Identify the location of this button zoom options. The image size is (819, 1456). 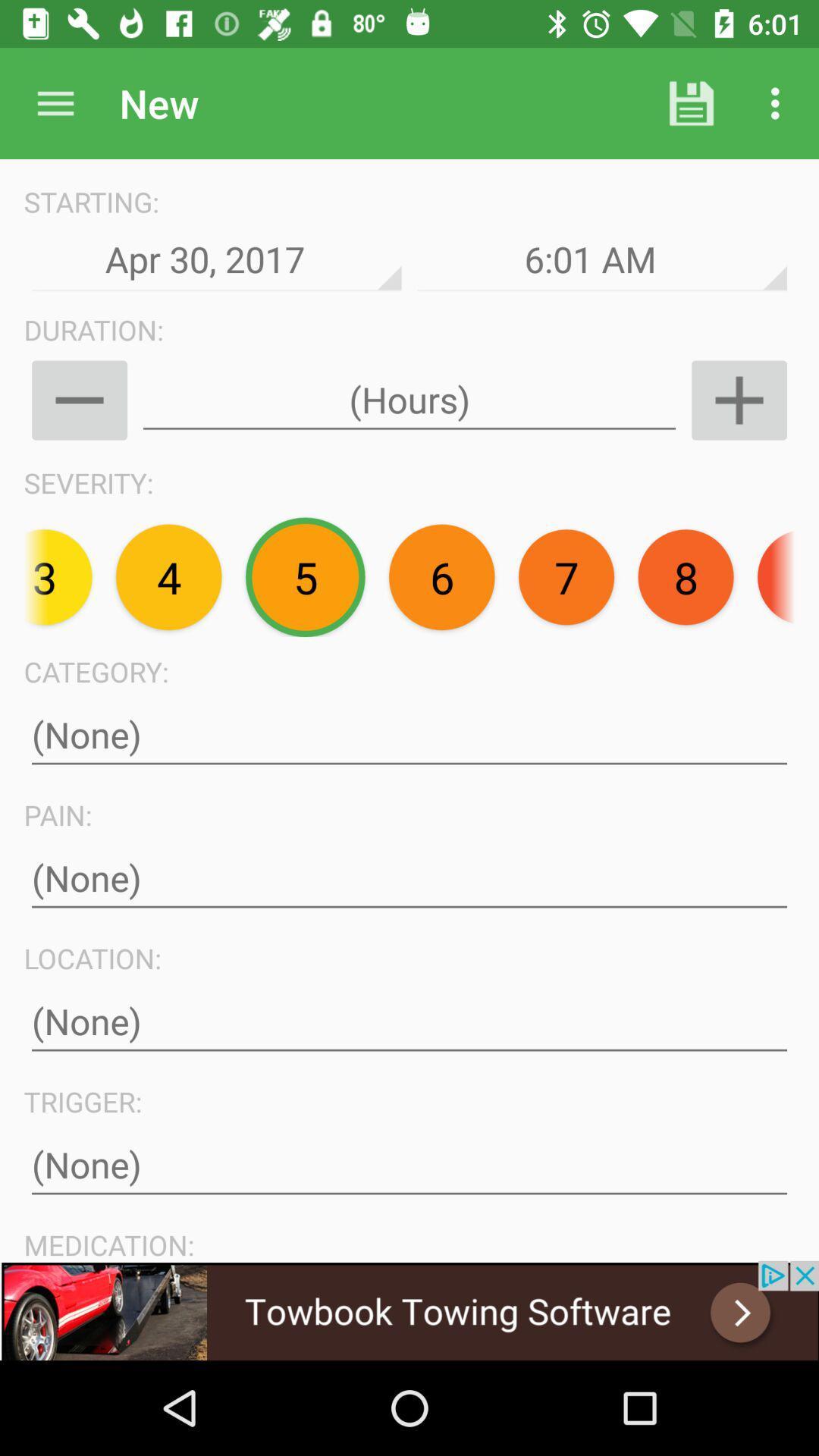
(739, 400).